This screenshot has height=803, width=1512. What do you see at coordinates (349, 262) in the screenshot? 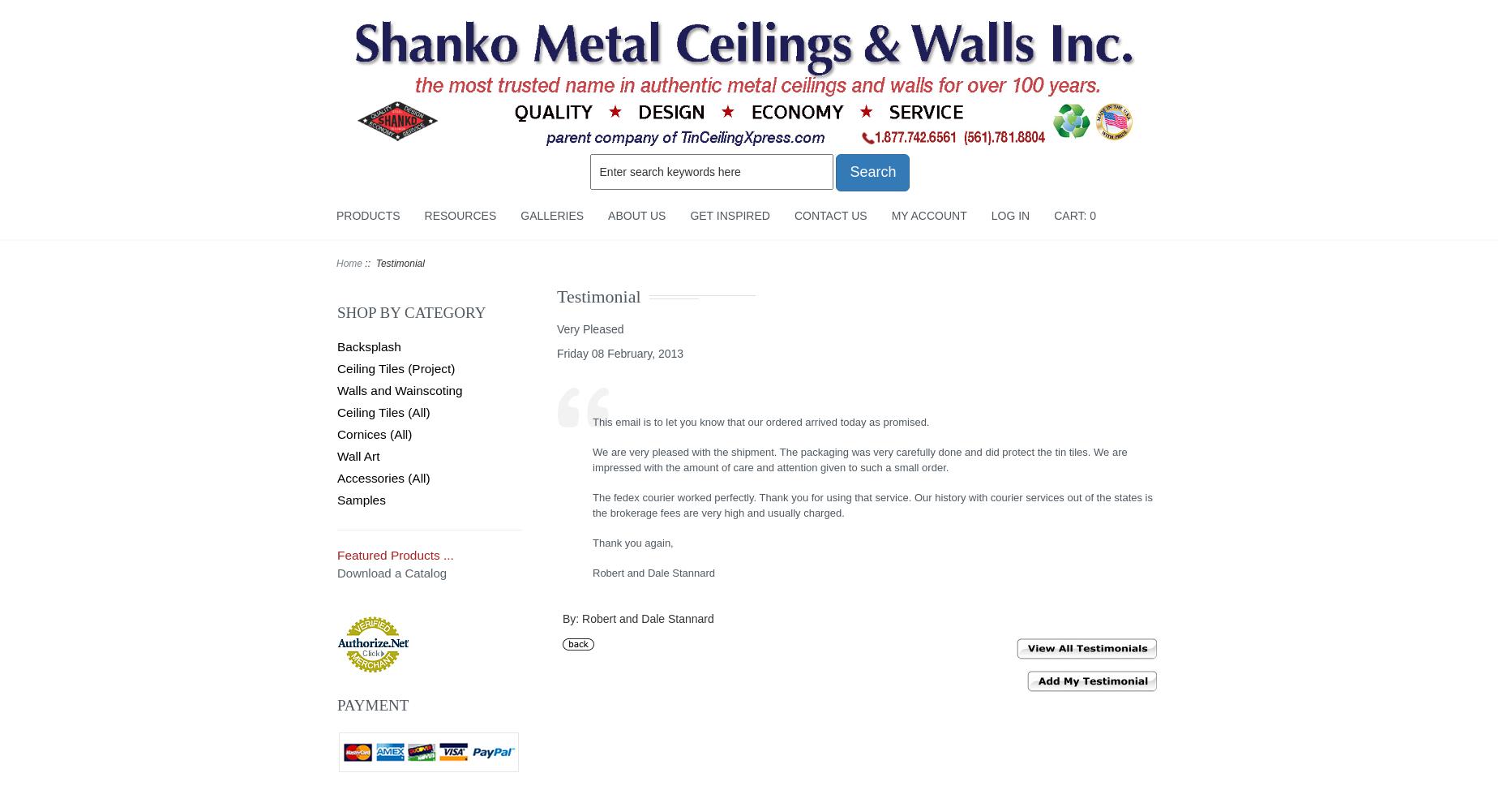
I see `'Home'` at bounding box center [349, 262].